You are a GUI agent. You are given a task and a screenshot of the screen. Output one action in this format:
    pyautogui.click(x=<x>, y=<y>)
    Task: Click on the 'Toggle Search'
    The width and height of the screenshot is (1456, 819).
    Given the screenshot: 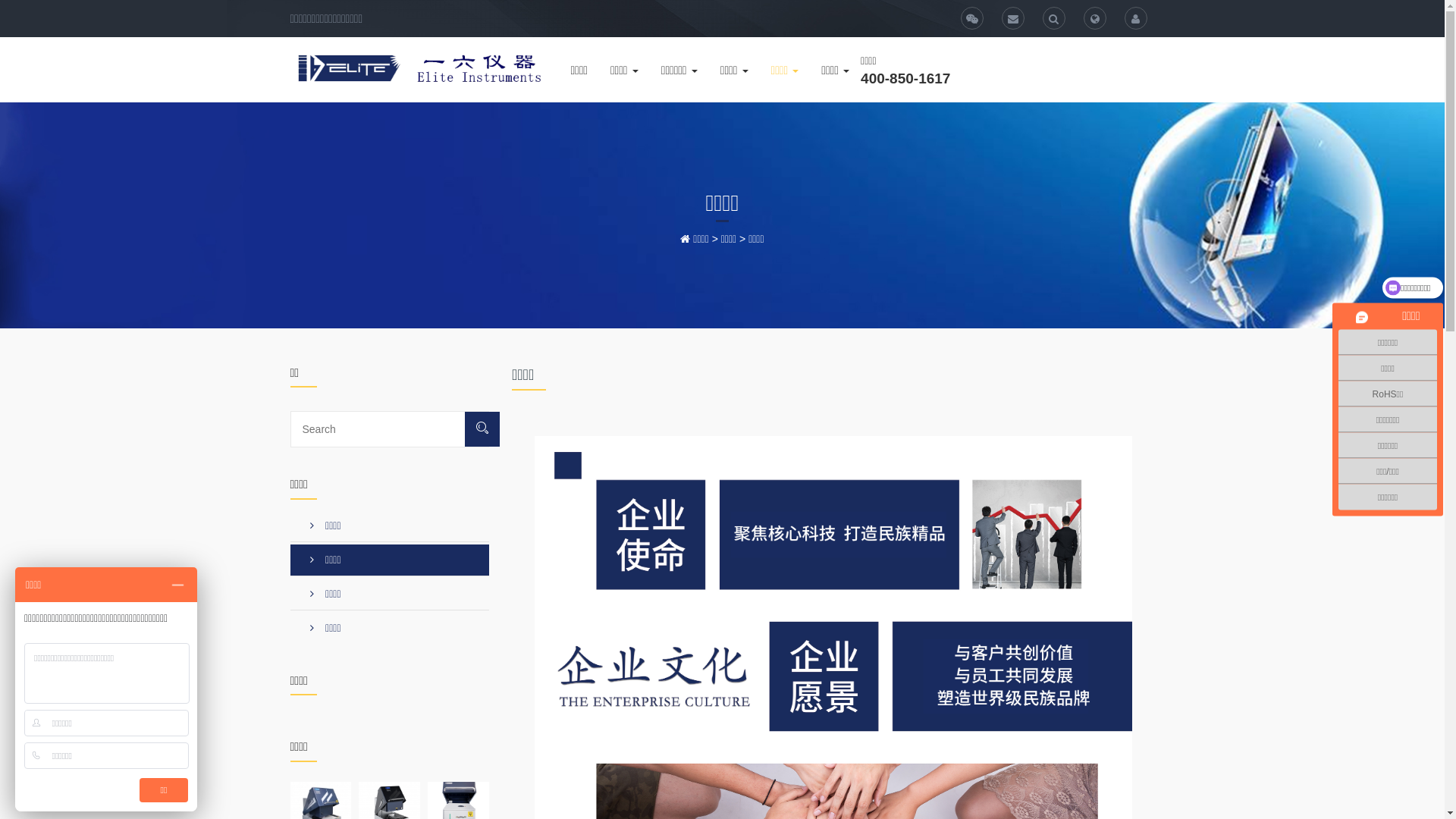 What is the action you would take?
    pyautogui.click(x=1053, y=17)
    